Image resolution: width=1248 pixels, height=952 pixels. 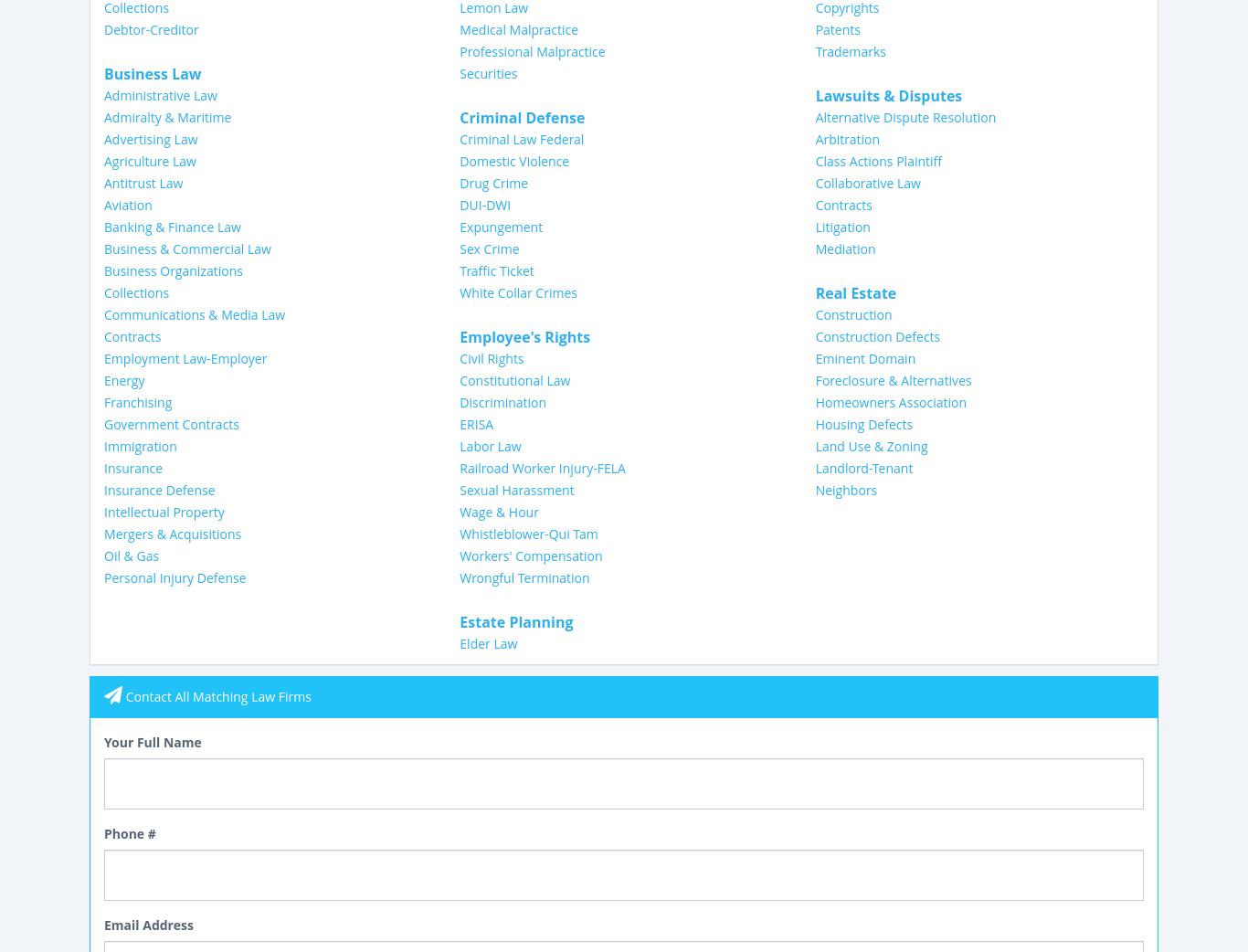 I want to click on 'Litigation', so click(x=842, y=225).